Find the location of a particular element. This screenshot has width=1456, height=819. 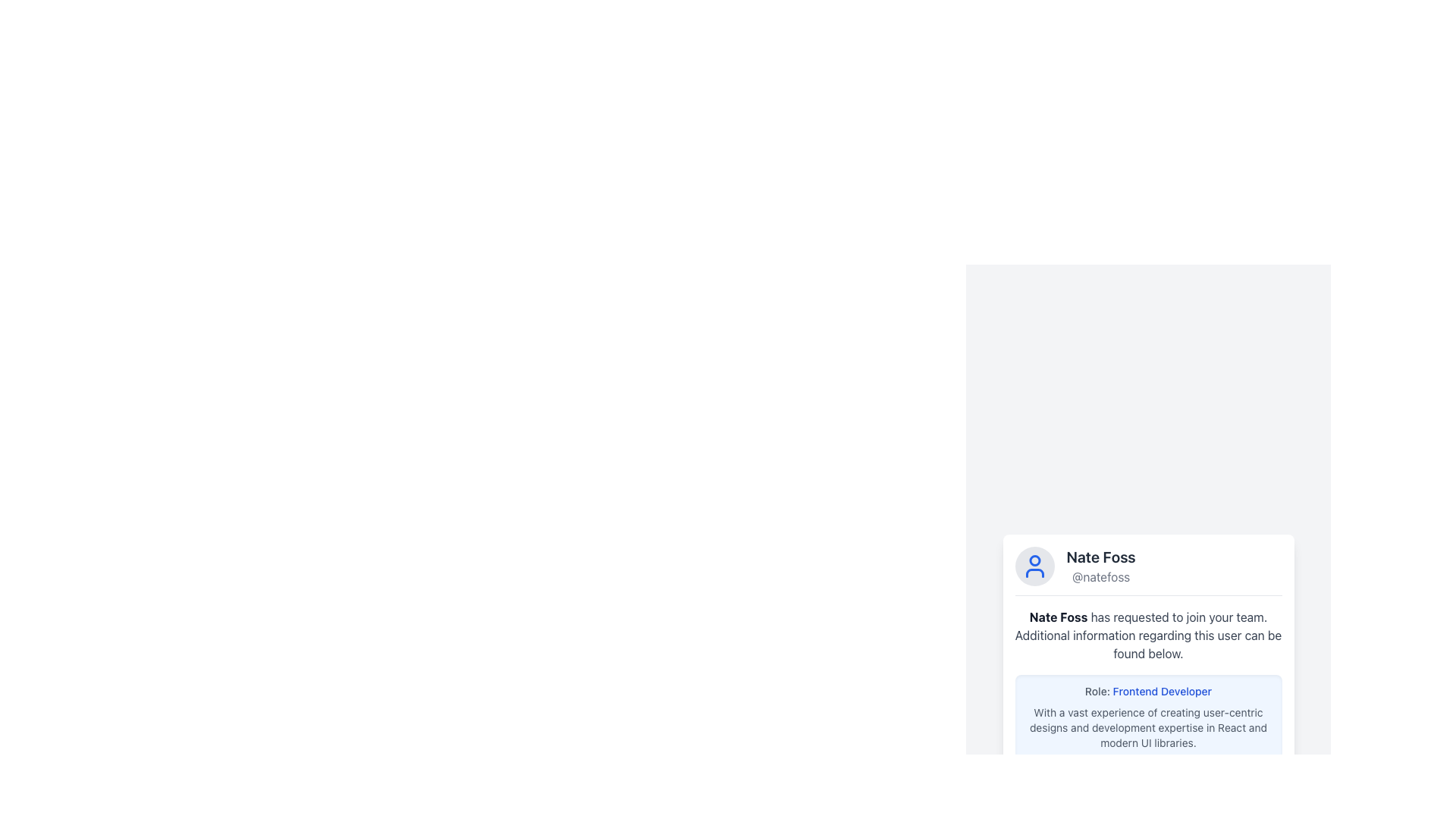

the text label displaying the username '@natefoss', which is styled with a gray font color and smaller size, positioned below the larger bold name label 'Nate Foss' within a profile card is located at coordinates (1101, 576).